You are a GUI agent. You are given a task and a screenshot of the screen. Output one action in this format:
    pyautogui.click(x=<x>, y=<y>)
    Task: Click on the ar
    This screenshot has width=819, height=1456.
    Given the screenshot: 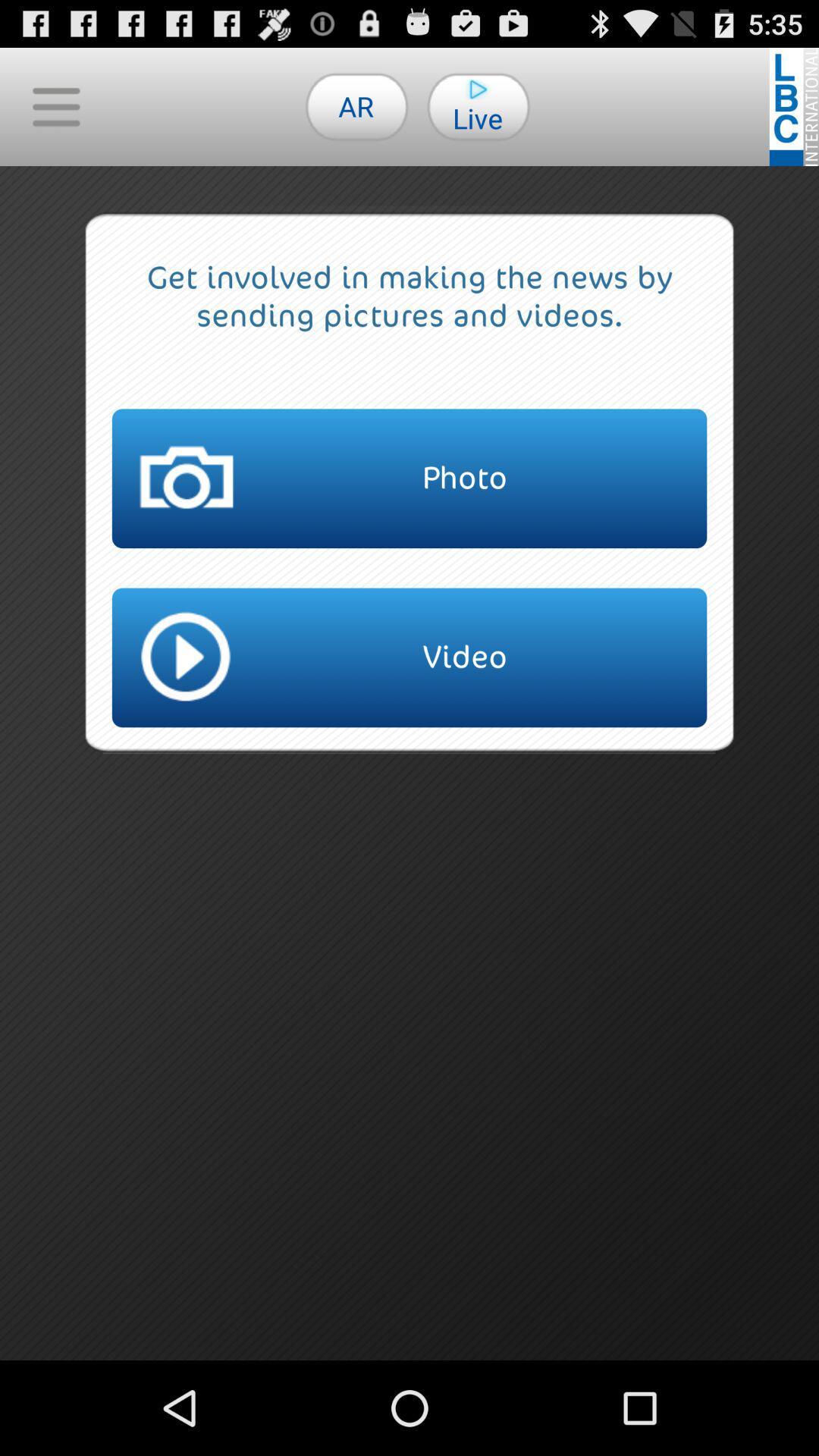 What is the action you would take?
    pyautogui.click(x=356, y=105)
    